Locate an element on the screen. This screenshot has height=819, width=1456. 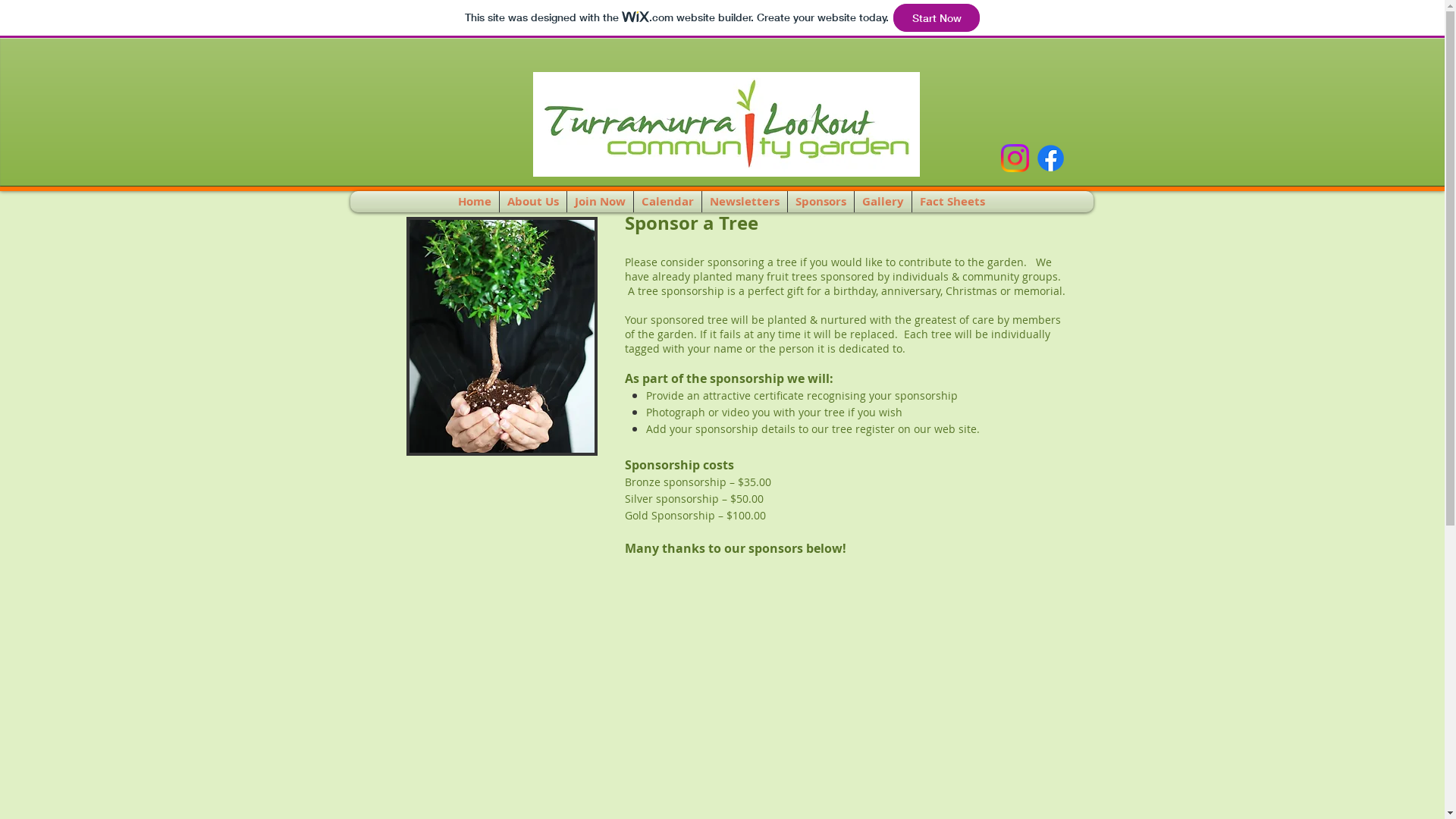
'Gallery' is located at coordinates (883, 201).